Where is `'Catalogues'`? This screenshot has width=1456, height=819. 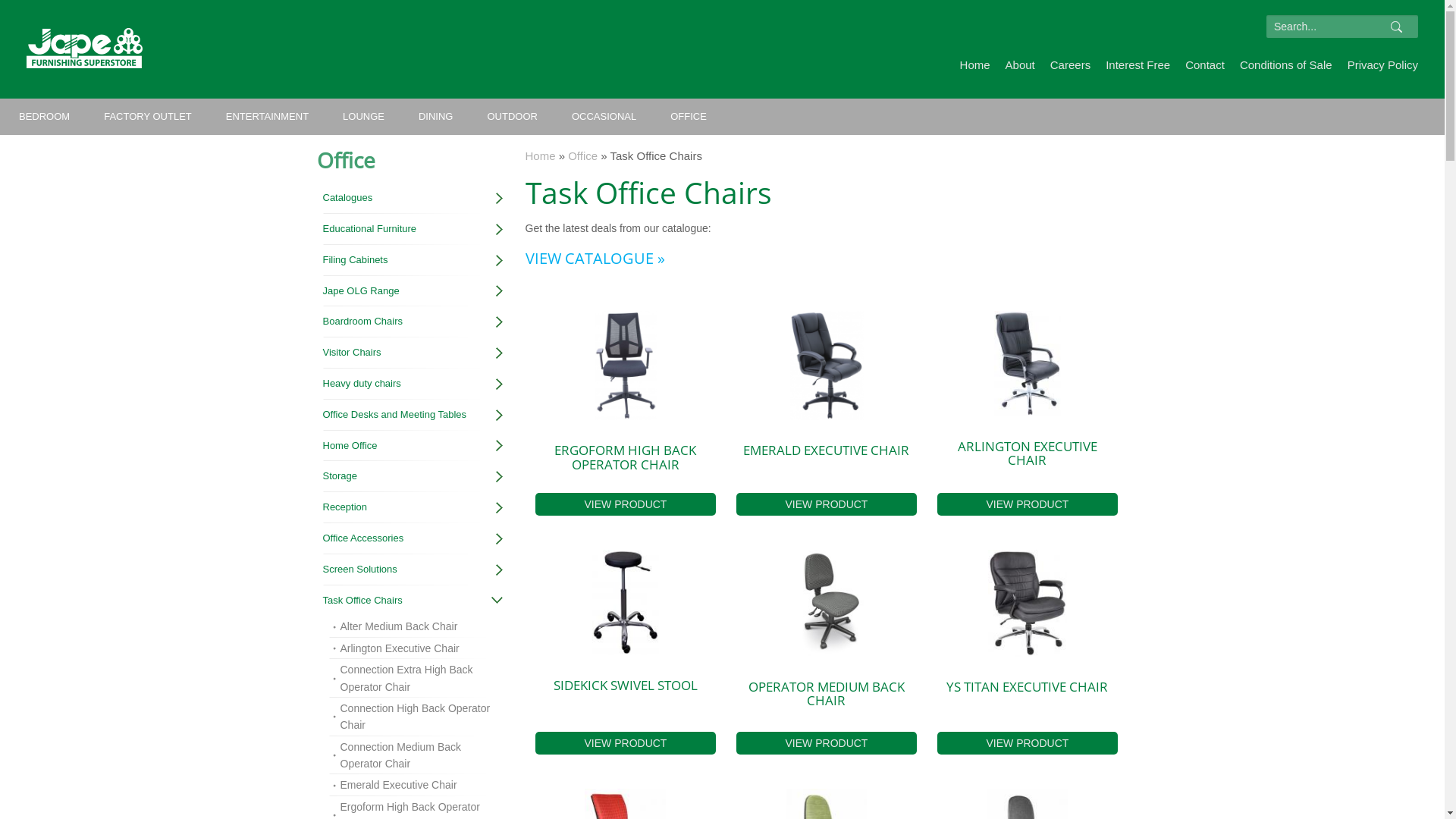 'Catalogues' is located at coordinates (322, 197).